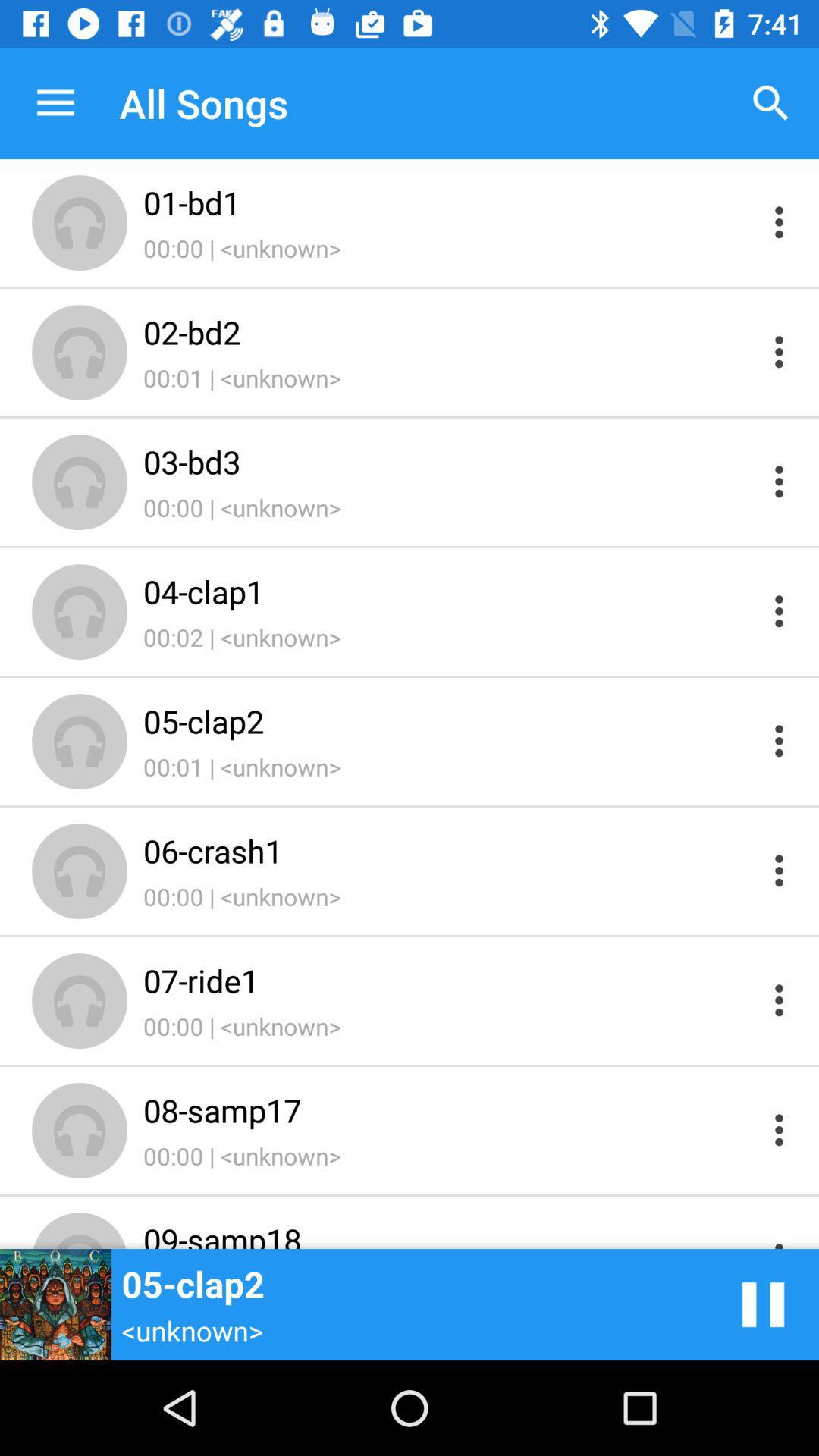 This screenshot has width=819, height=1456. What do you see at coordinates (779, 221) in the screenshot?
I see `open options` at bounding box center [779, 221].